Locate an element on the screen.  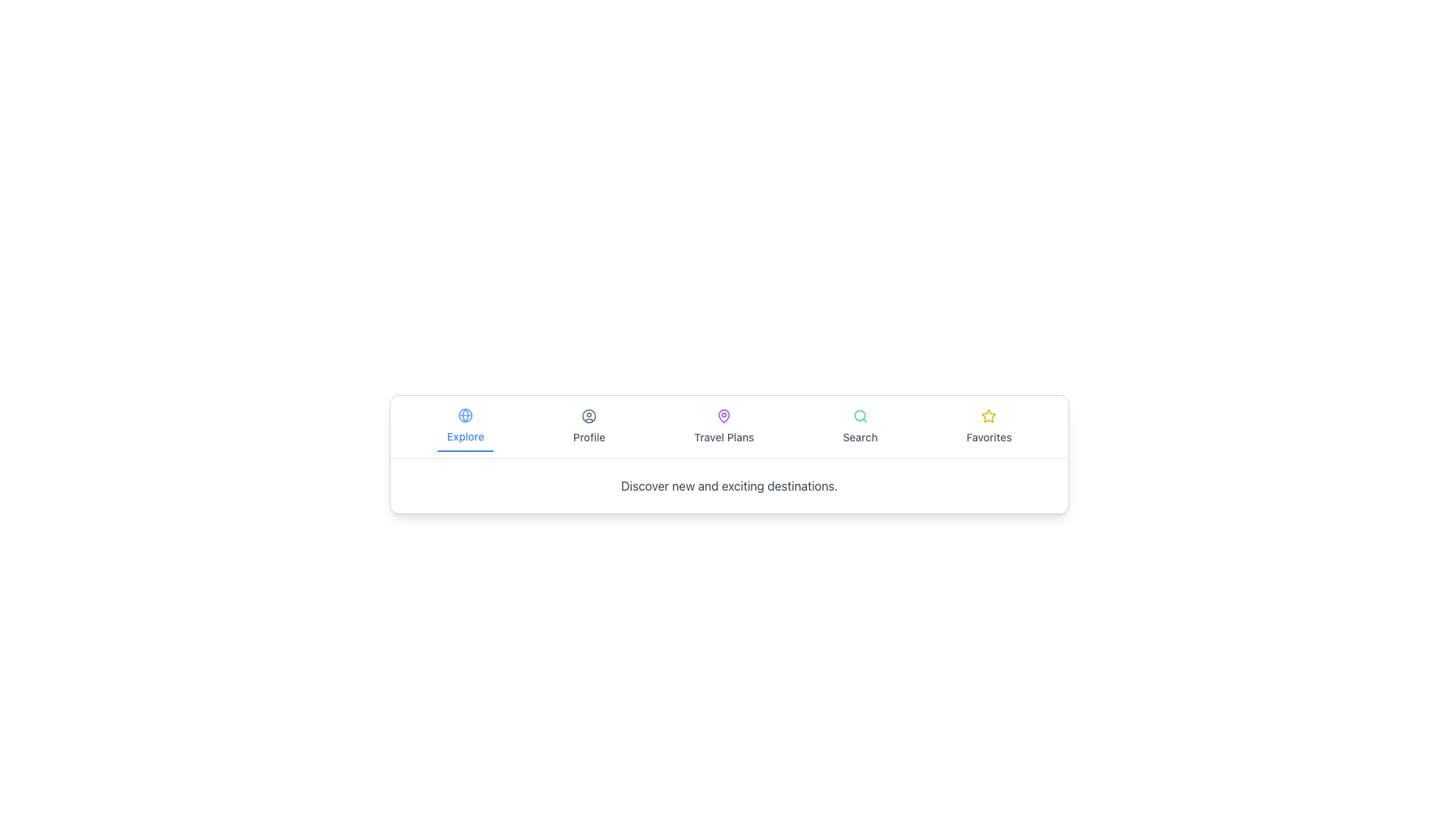
the Navigation Bar item is located at coordinates (729, 427).